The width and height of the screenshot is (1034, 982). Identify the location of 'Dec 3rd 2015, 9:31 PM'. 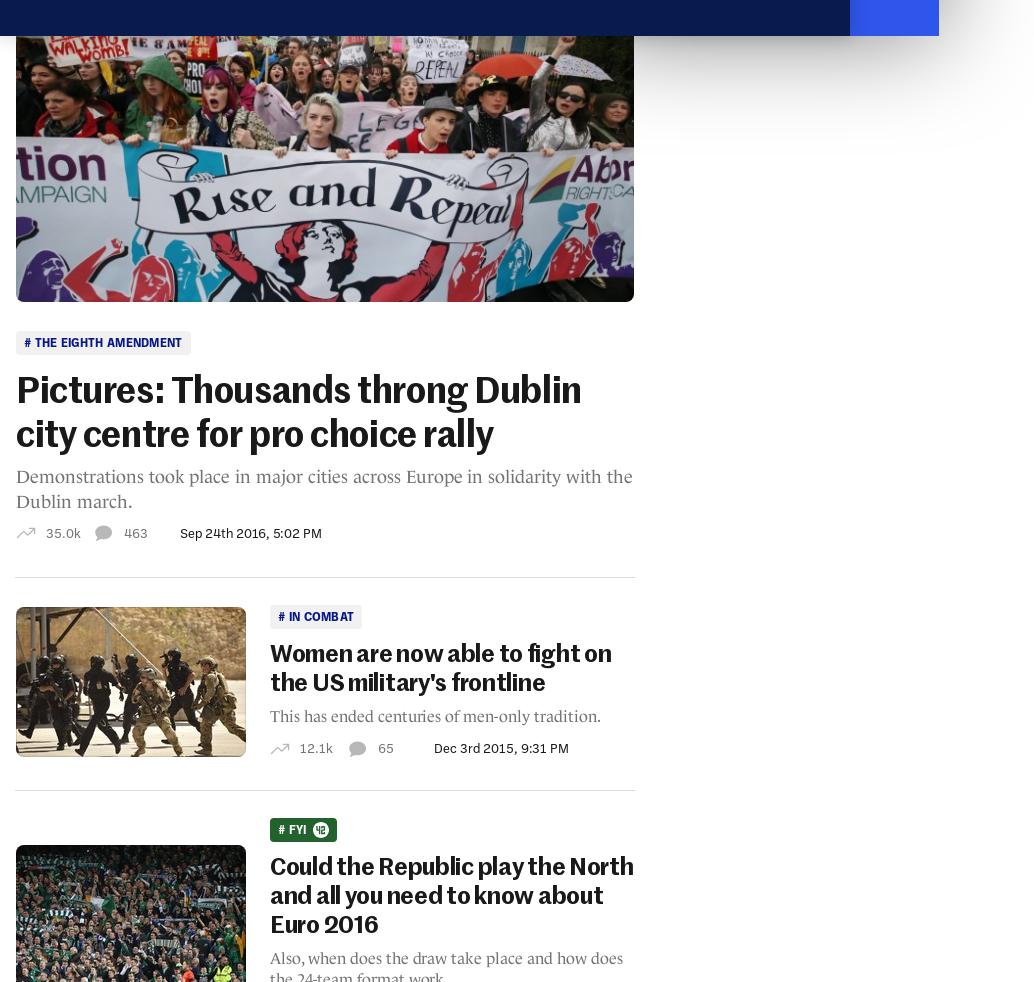
(500, 747).